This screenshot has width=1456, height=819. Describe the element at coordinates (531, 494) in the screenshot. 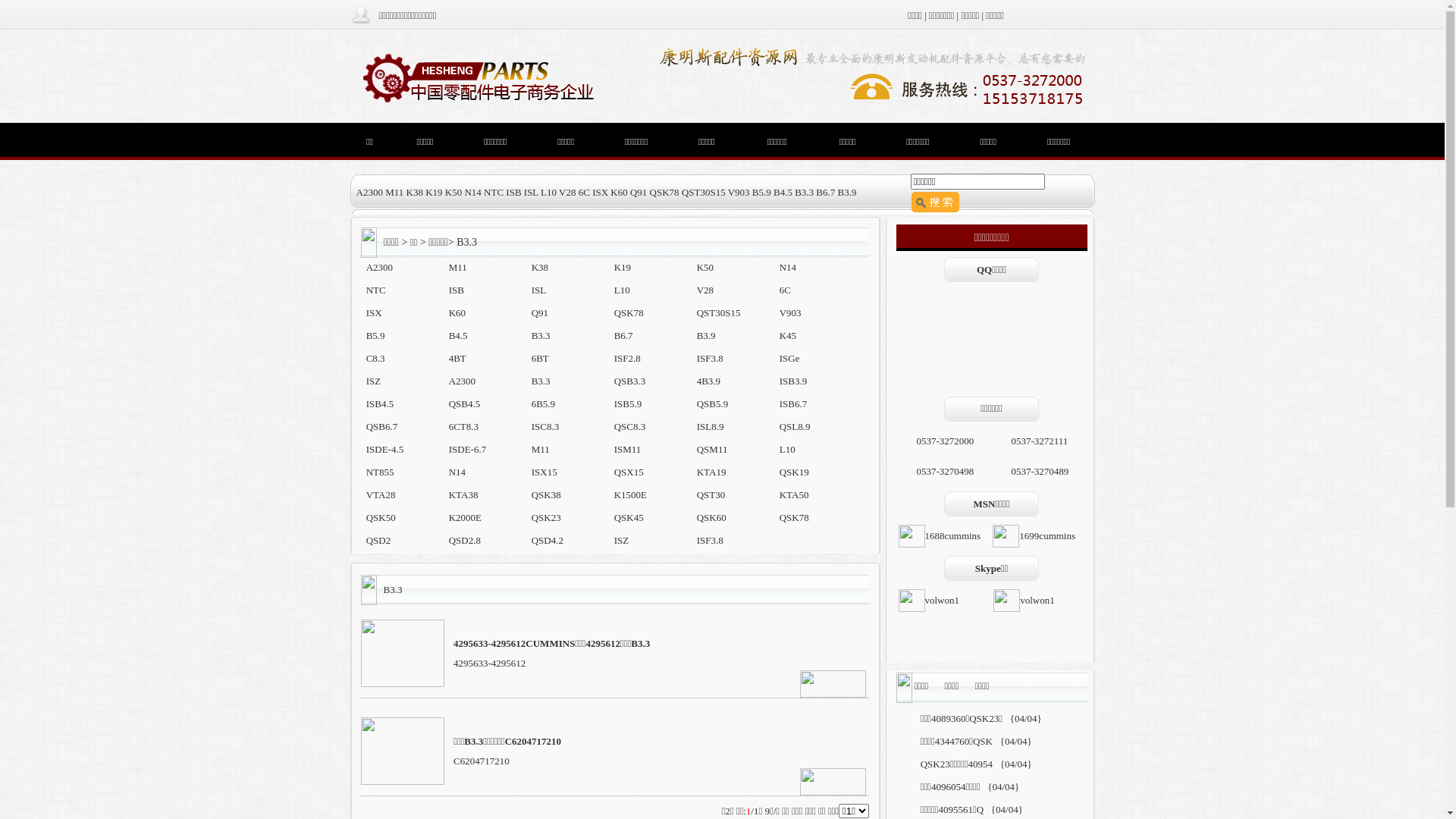

I see `'QSK38'` at that location.